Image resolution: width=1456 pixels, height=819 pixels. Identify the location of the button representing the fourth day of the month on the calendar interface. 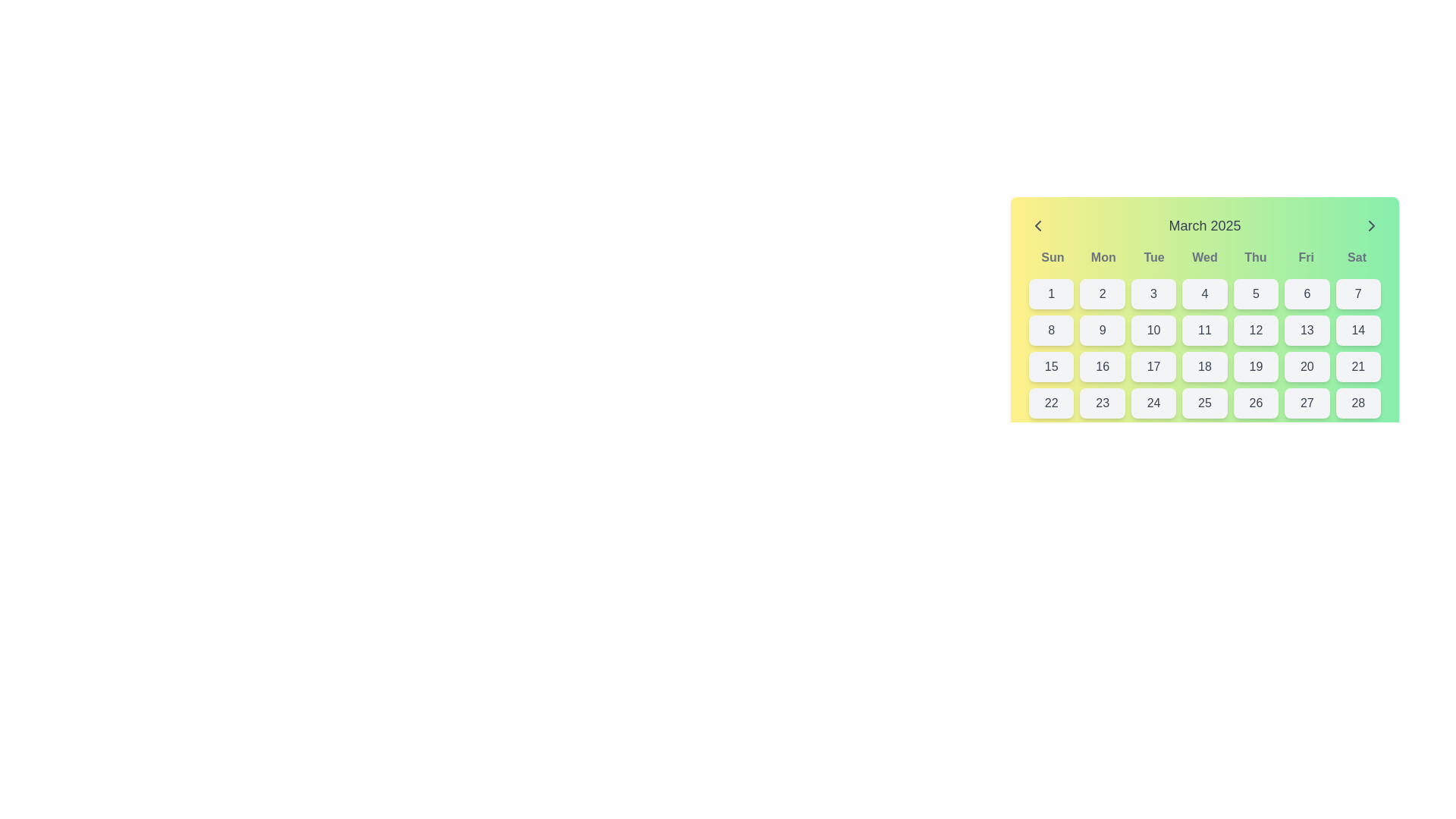
(1203, 294).